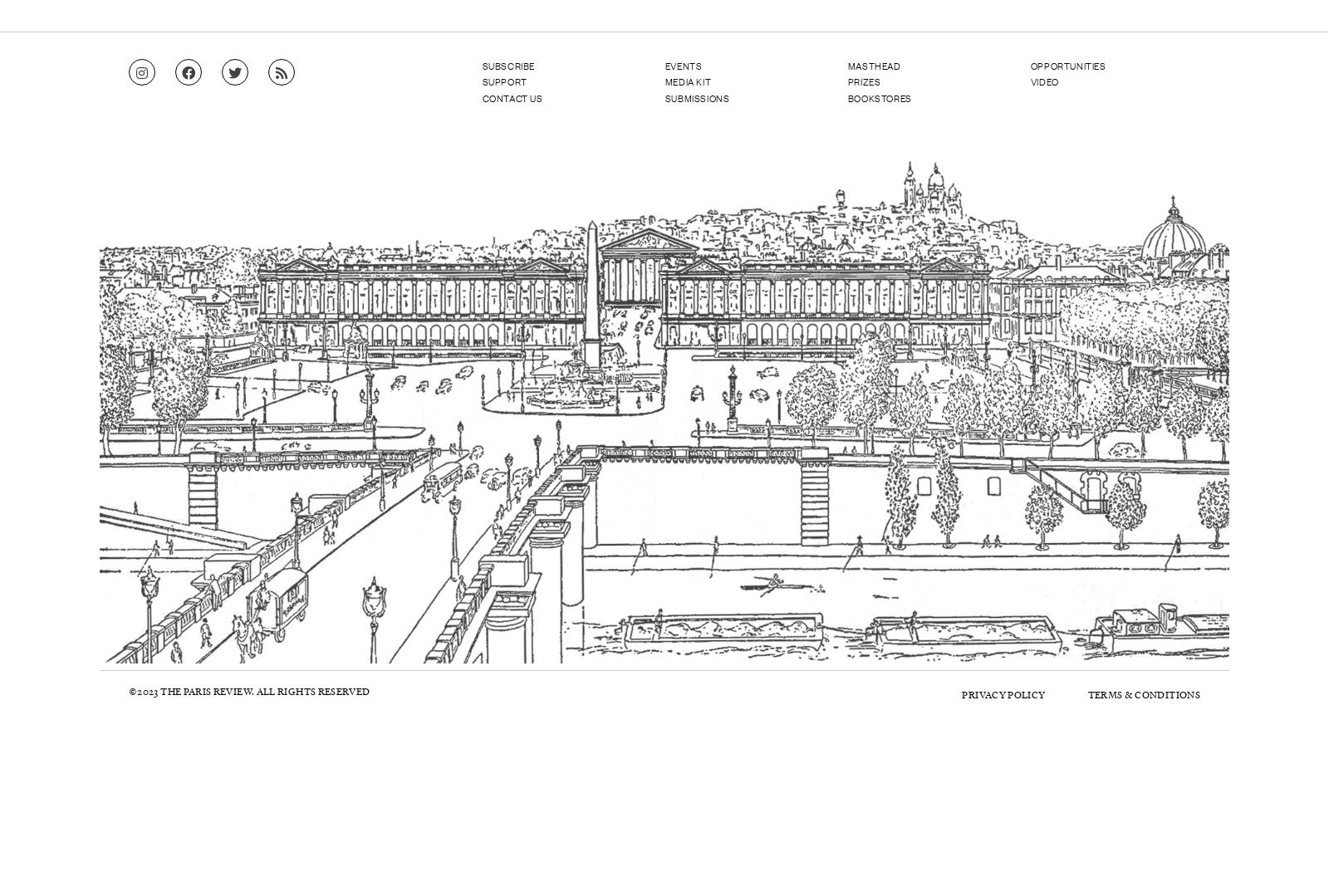  What do you see at coordinates (879, 98) in the screenshot?
I see `'Bookstores'` at bounding box center [879, 98].